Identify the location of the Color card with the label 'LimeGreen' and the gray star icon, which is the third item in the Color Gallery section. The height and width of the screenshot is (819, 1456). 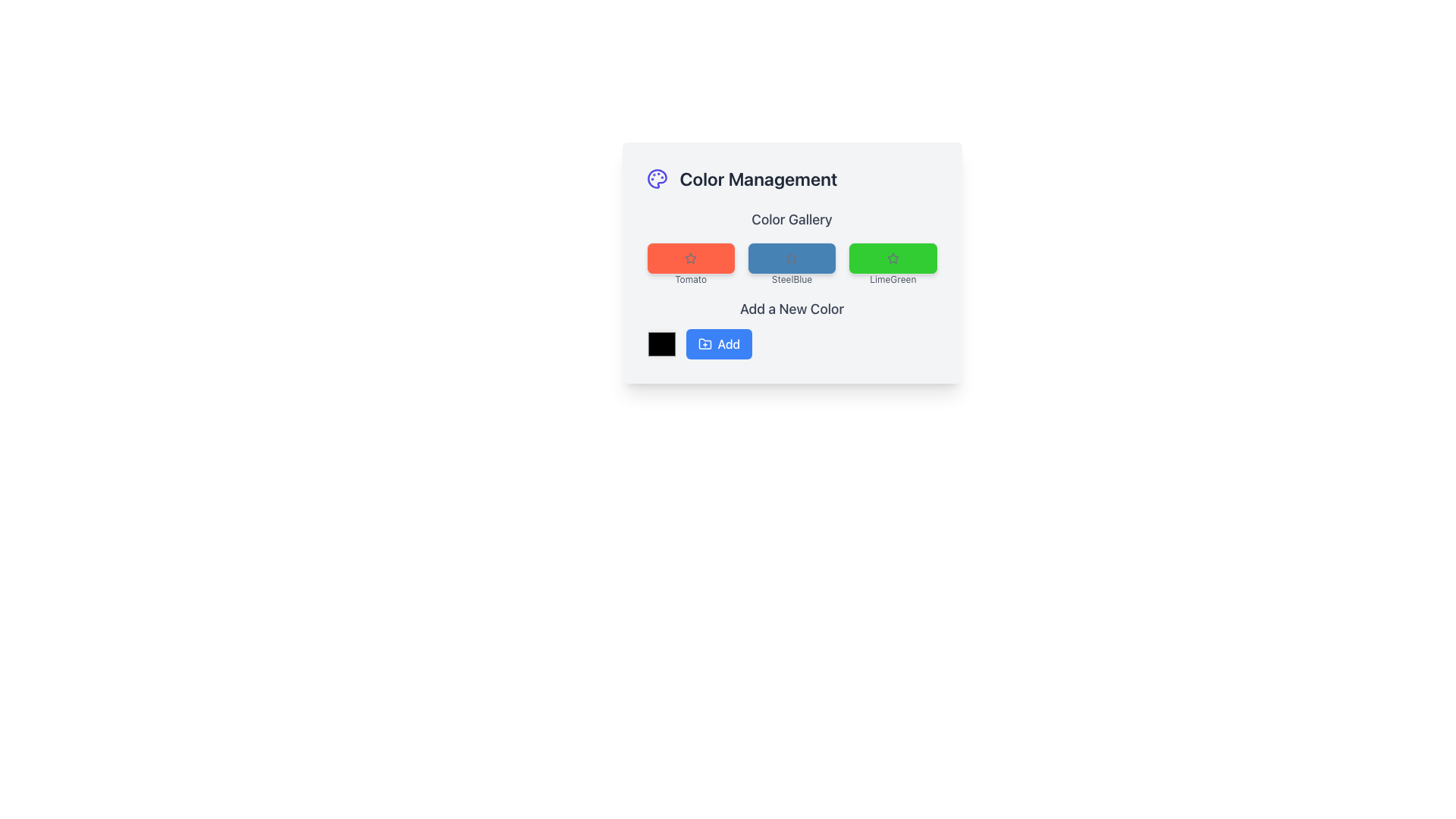
(893, 257).